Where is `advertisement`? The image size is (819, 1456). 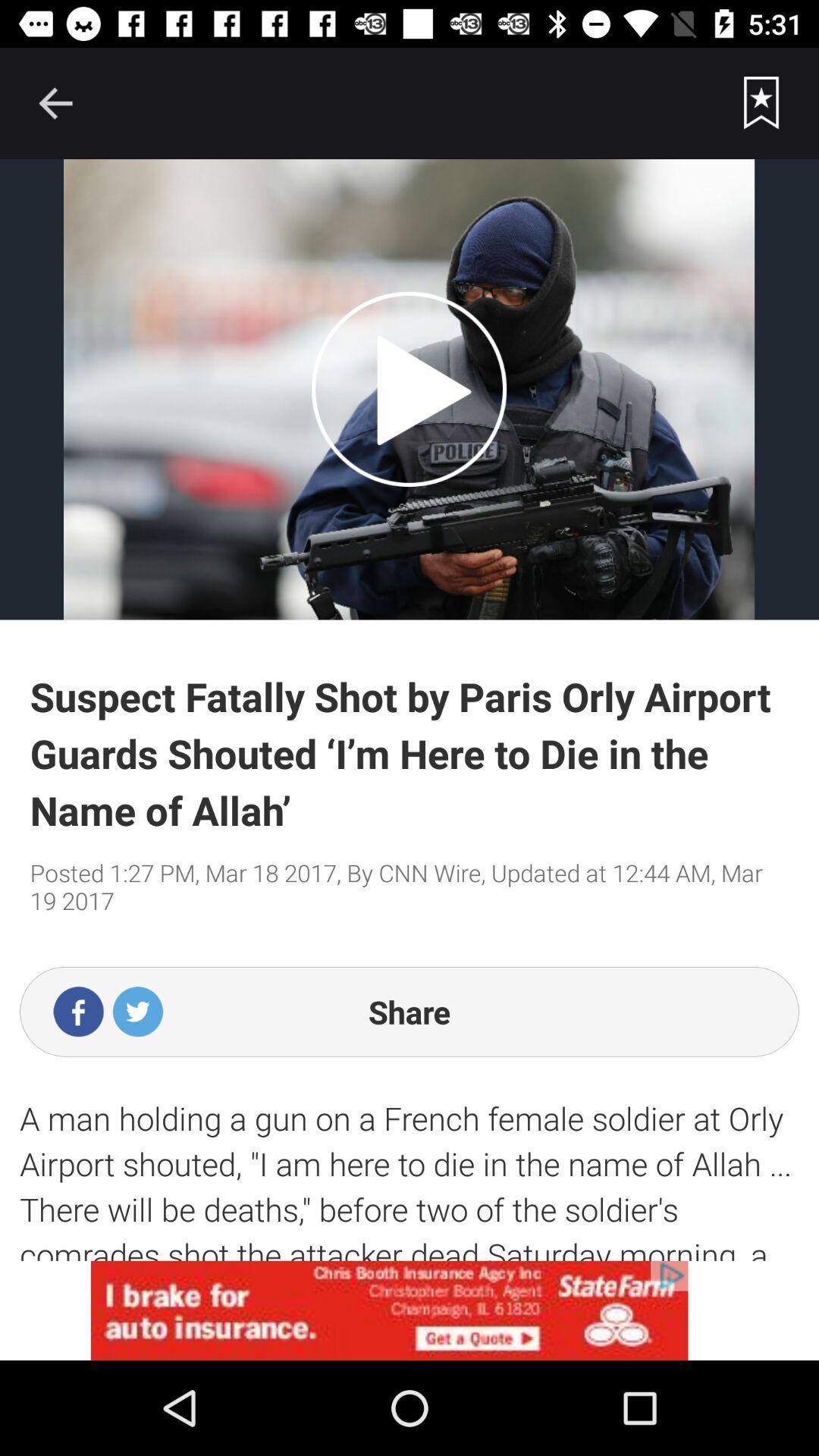
advertisement is located at coordinates (409, 1310).